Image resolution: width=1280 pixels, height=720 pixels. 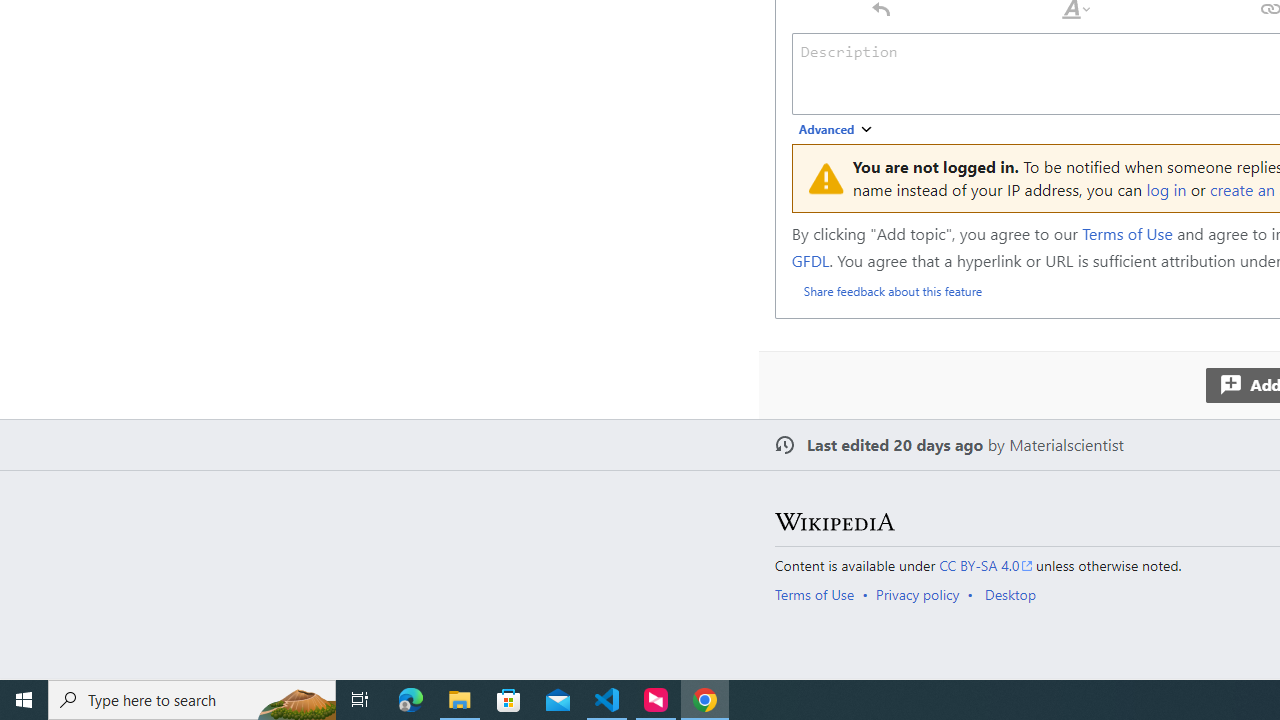 I want to click on 'AutomationID: footer-places-privacy', so click(x=923, y=593).